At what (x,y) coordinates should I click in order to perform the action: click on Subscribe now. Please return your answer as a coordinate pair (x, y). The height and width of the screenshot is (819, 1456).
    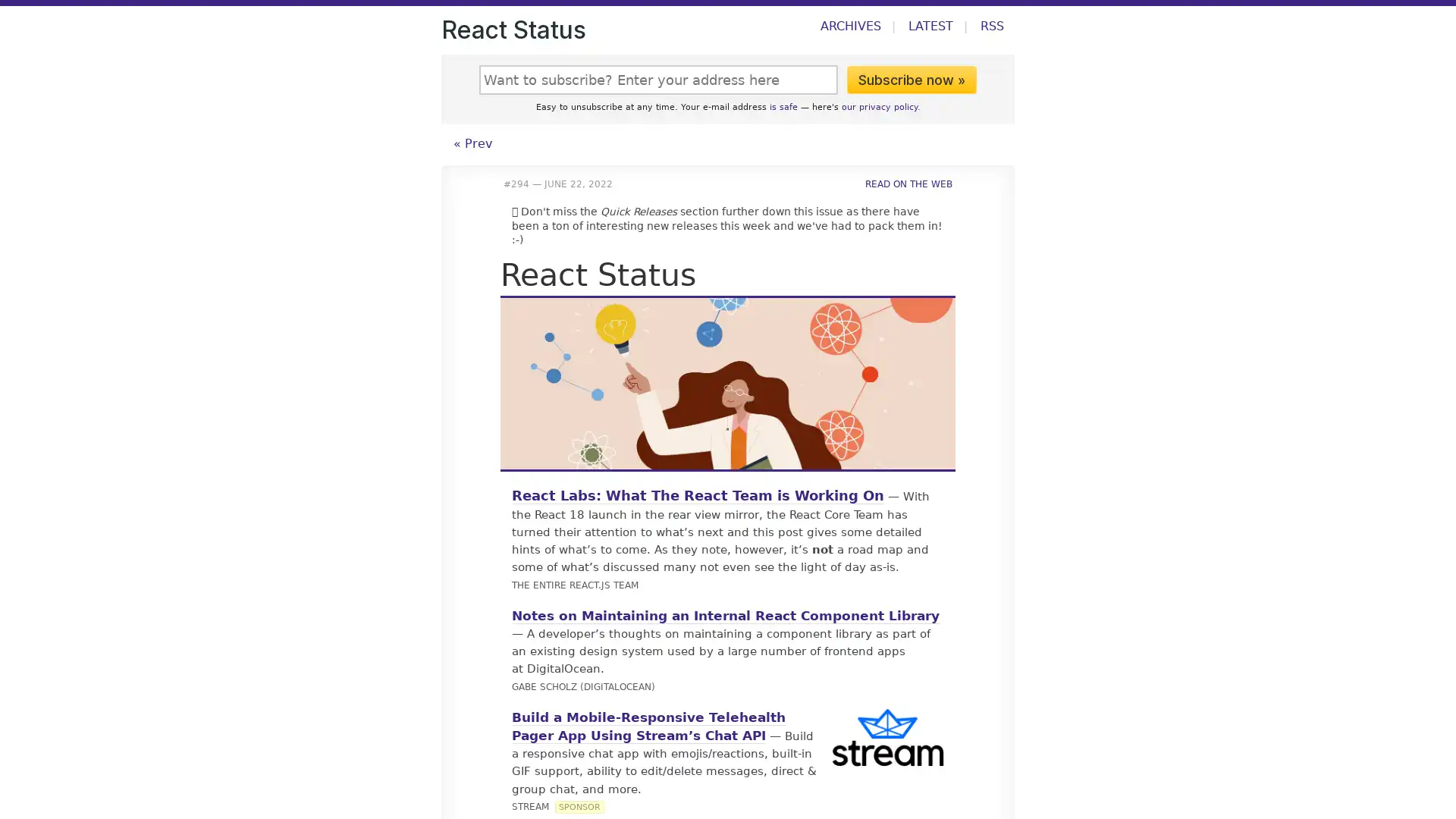
    Looking at the image, I should click on (911, 80).